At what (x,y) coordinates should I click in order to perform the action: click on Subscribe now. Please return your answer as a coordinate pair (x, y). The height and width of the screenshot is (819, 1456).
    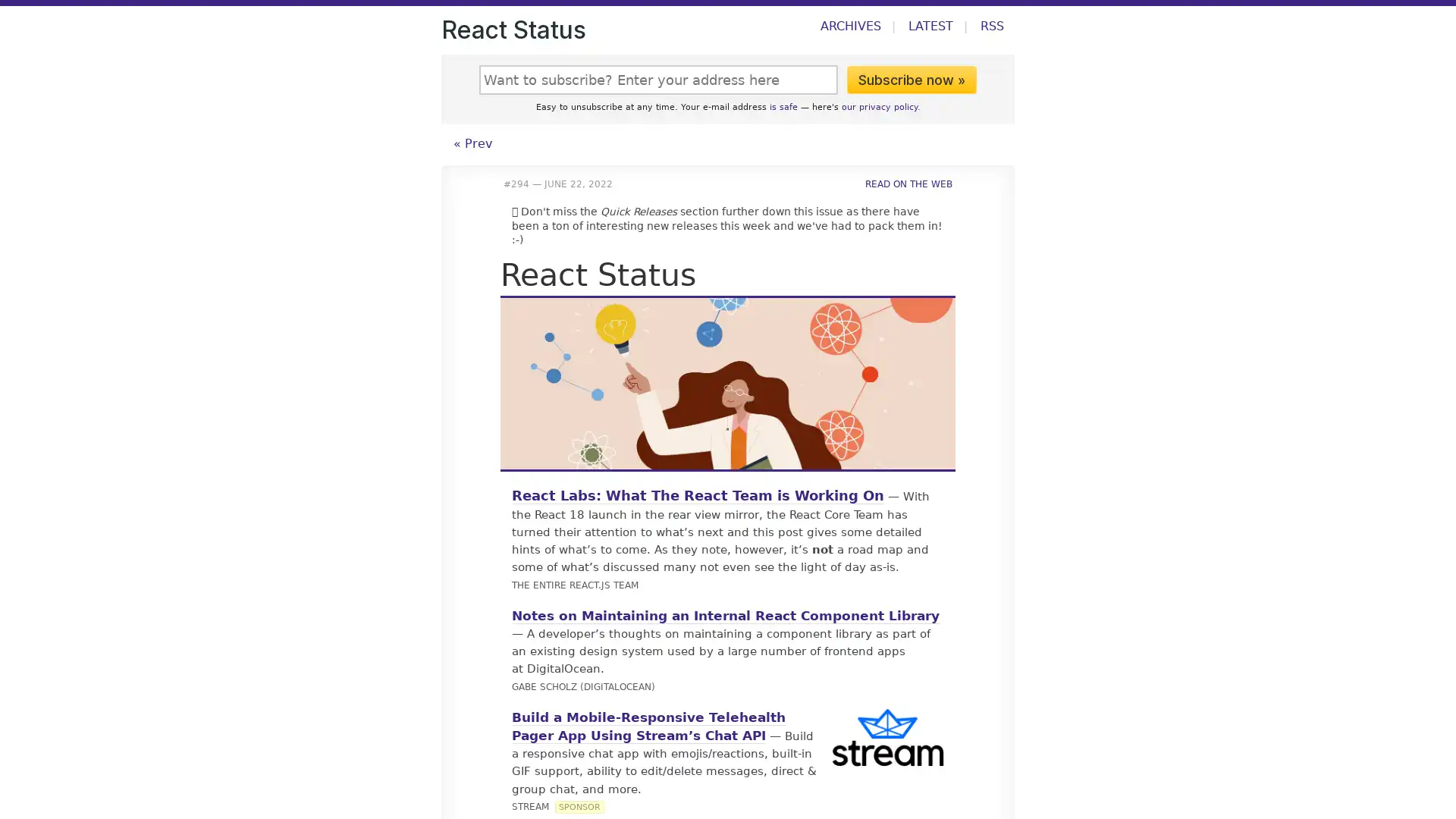
    Looking at the image, I should click on (911, 80).